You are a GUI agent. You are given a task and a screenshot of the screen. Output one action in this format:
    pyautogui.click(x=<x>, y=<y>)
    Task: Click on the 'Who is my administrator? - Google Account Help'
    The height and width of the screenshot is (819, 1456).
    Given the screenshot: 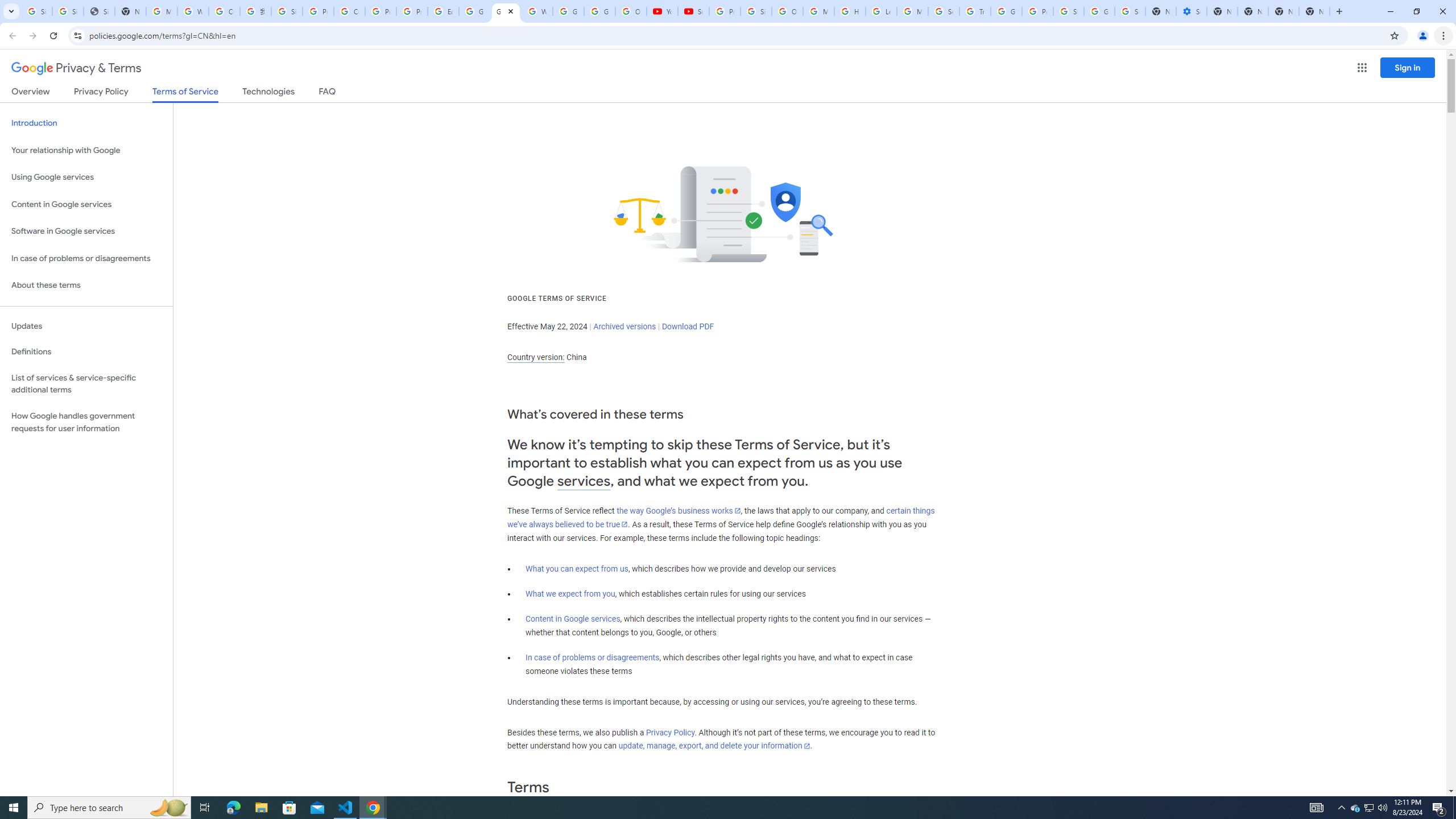 What is the action you would take?
    pyautogui.click(x=192, y=11)
    